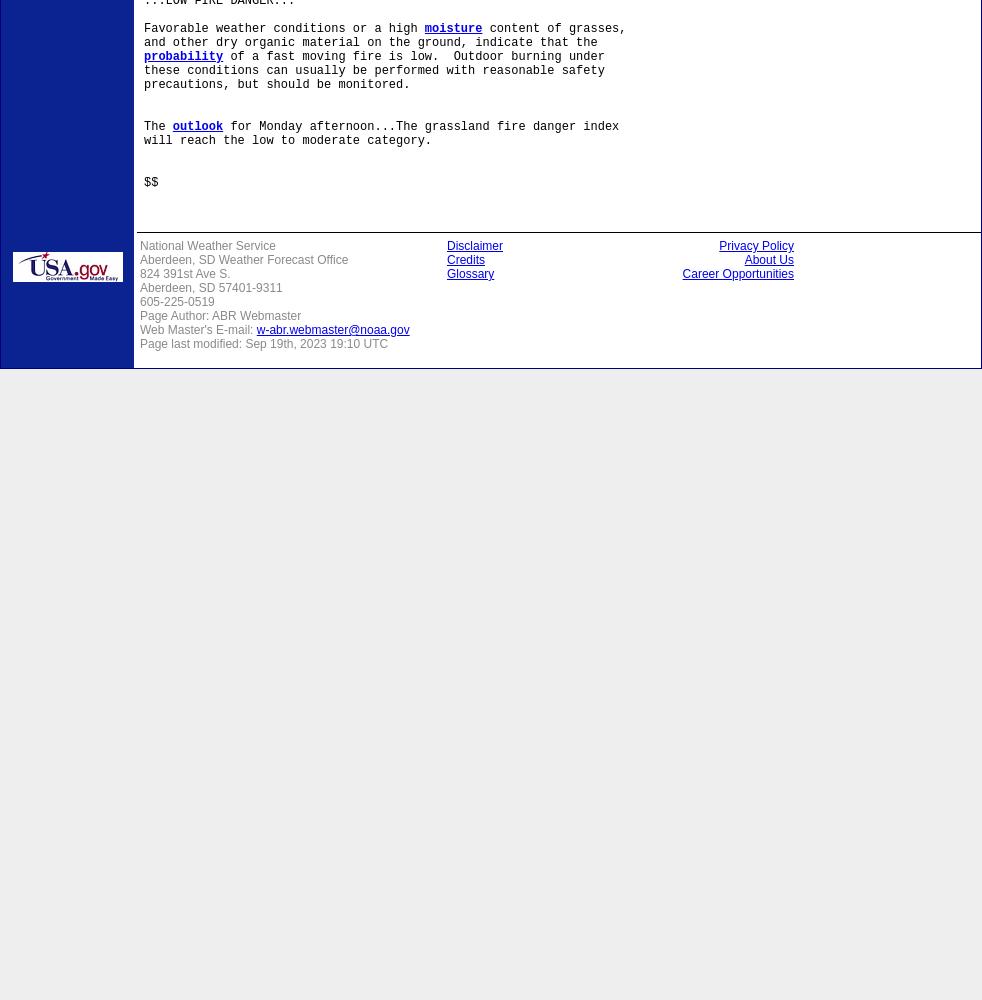 This screenshot has height=1000, width=982. I want to click on 'w-abr.webmaster@noaa.gov', so click(256, 329).